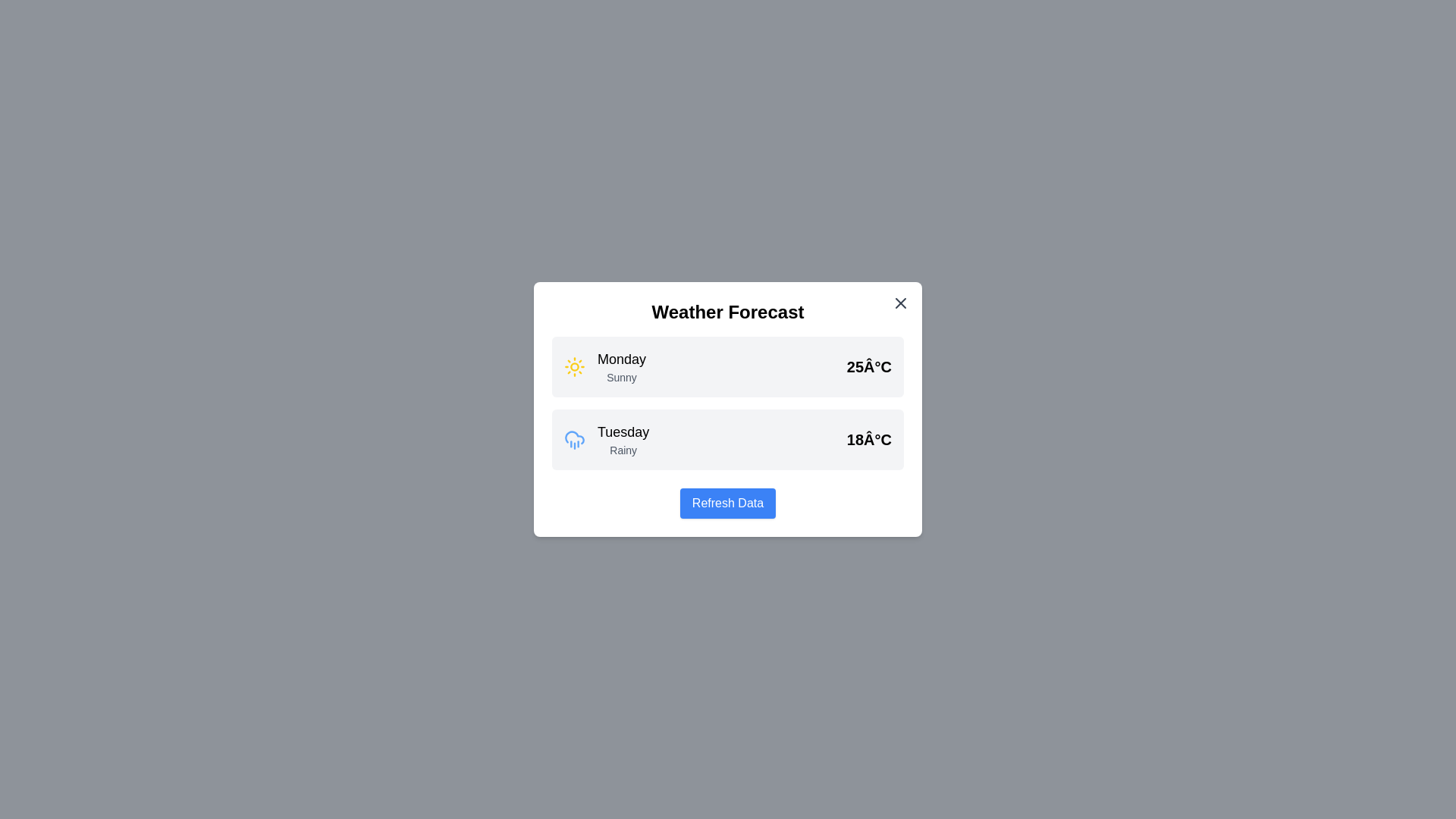 This screenshot has height=819, width=1456. What do you see at coordinates (728, 439) in the screenshot?
I see `the second item in the vertically stacked list of weather entries, which displays weather information for Tuesday, including condition and temperature` at bounding box center [728, 439].